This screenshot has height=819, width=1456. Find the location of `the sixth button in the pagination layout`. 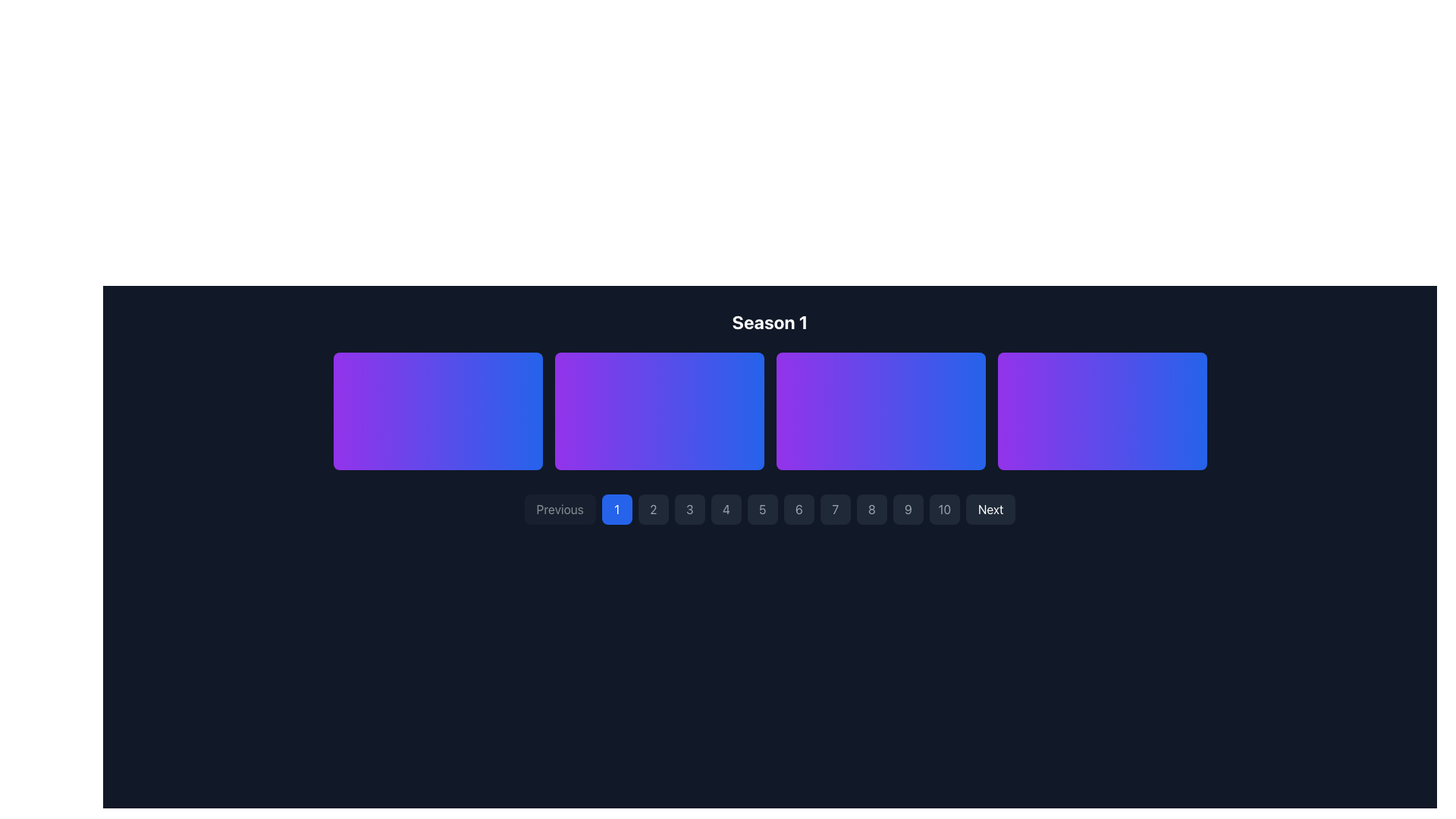

the sixth button in the pagination layout is located at coordinates (798, 510).